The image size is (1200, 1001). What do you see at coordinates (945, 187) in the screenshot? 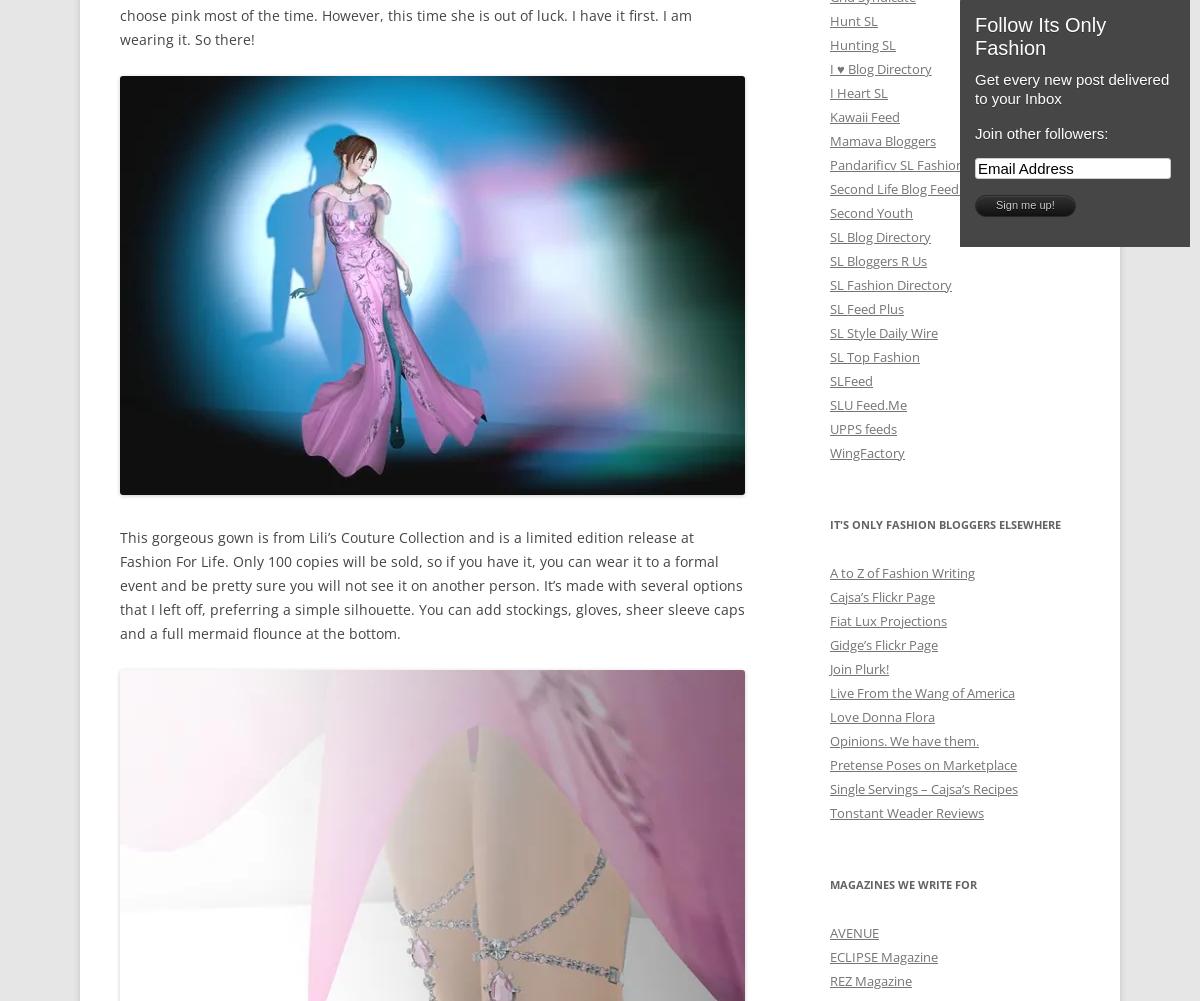
I see `'Second Life Blog Feed Portal (Japanese)'` at bounding box center [945, 187].